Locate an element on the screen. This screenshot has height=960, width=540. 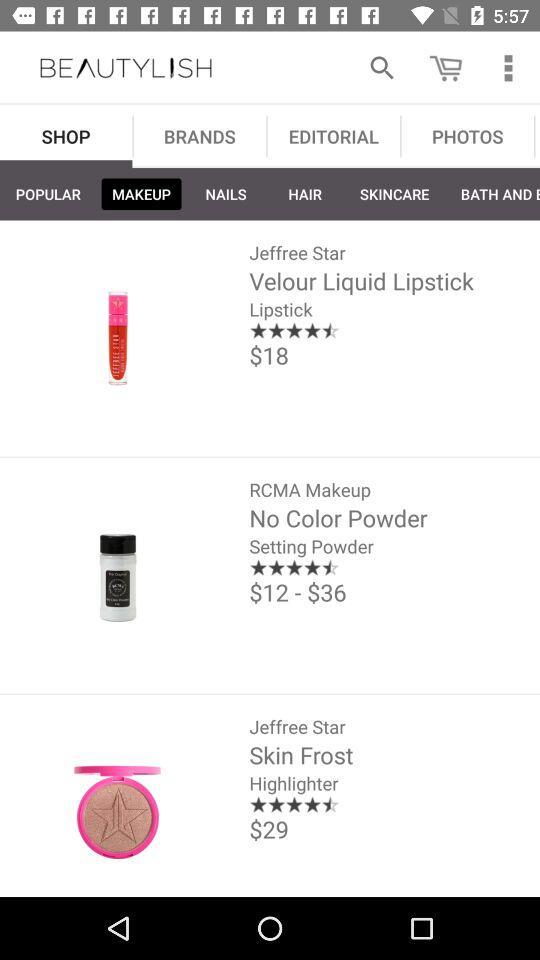
search is located at coordinates (382, 68).